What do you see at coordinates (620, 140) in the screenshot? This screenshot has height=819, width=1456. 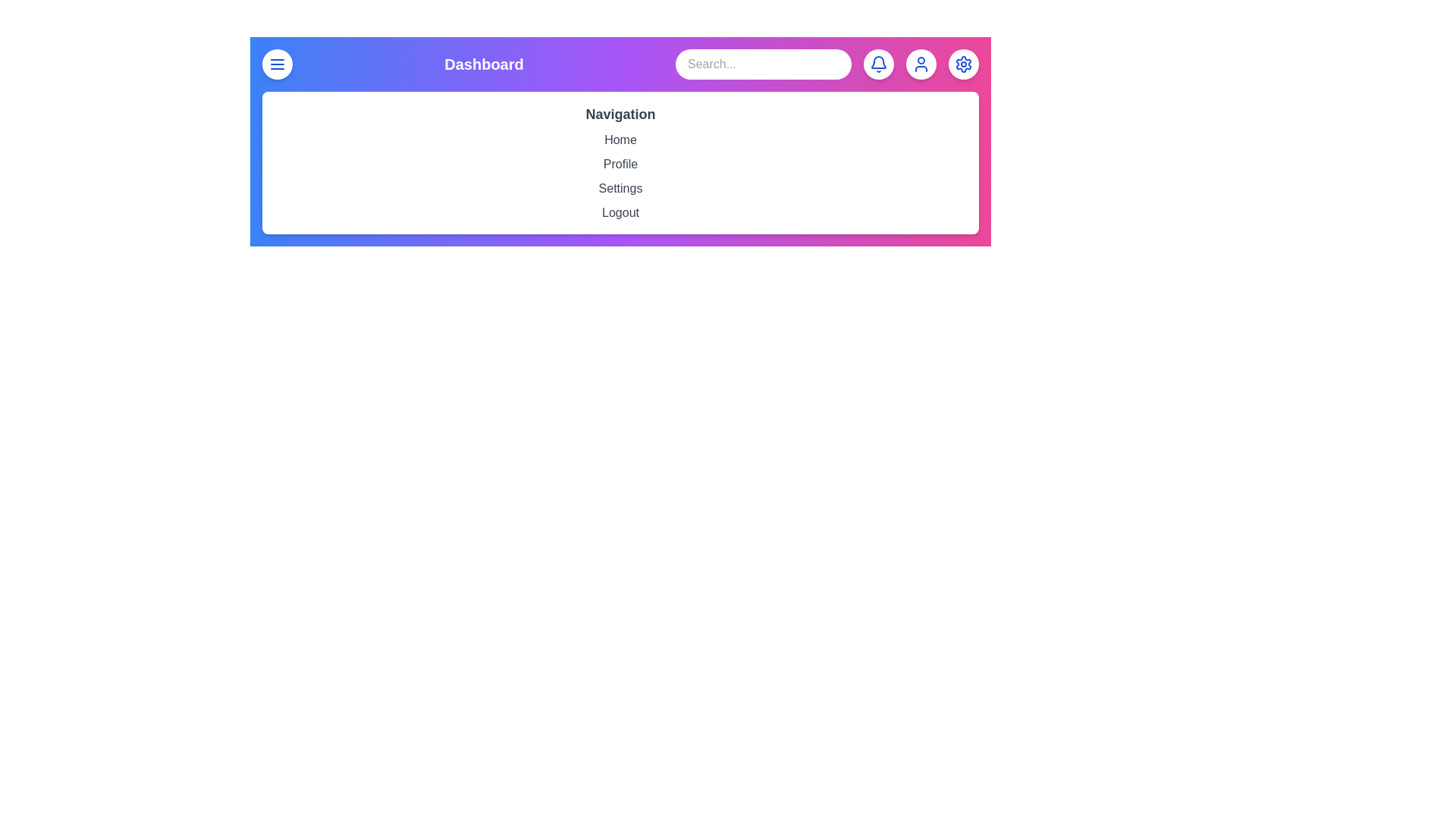 I see `the Home navigation menu item` at bounding box center [620, 140].